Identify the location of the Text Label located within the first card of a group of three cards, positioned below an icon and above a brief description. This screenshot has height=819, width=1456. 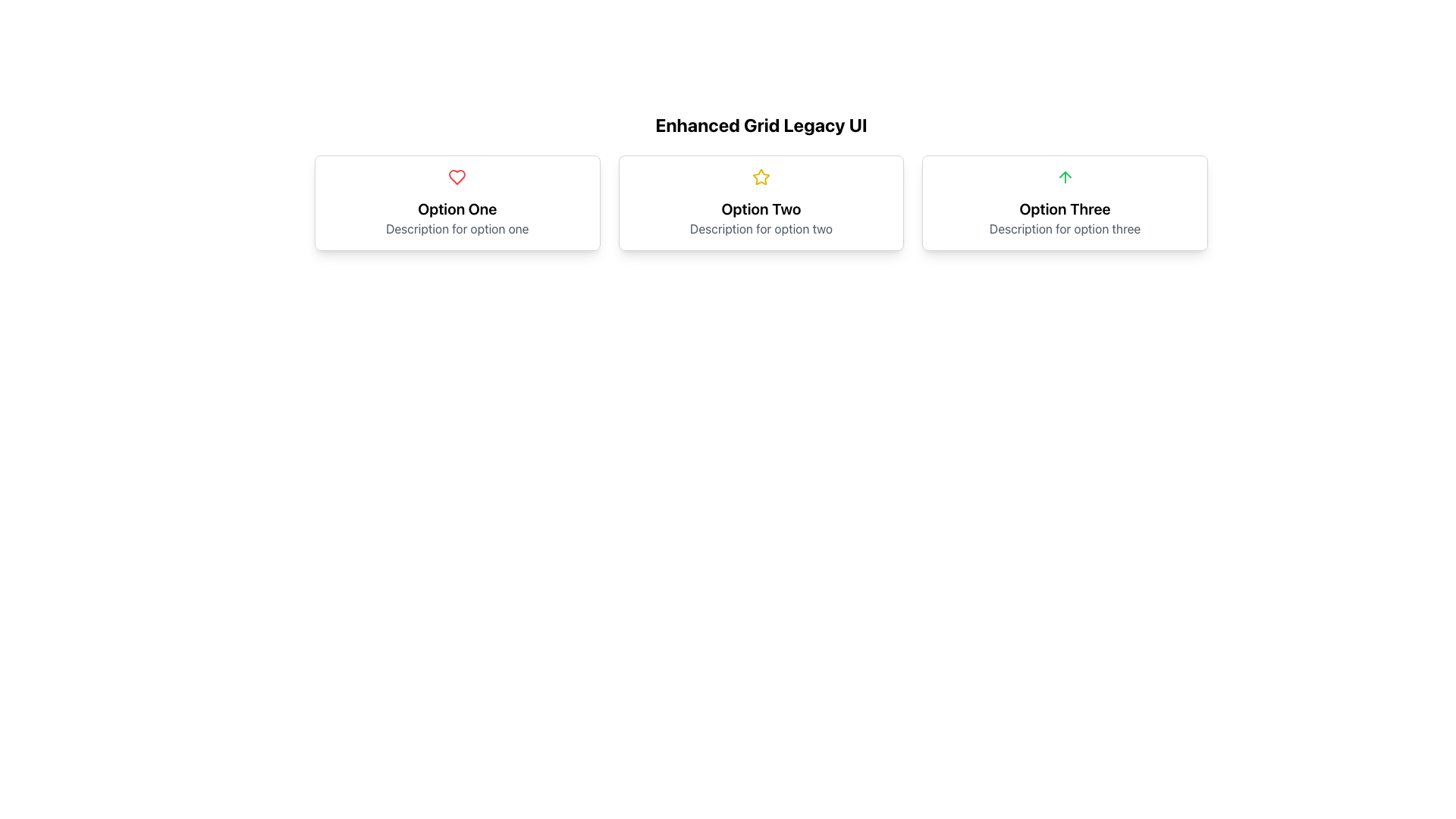
(457, 209).